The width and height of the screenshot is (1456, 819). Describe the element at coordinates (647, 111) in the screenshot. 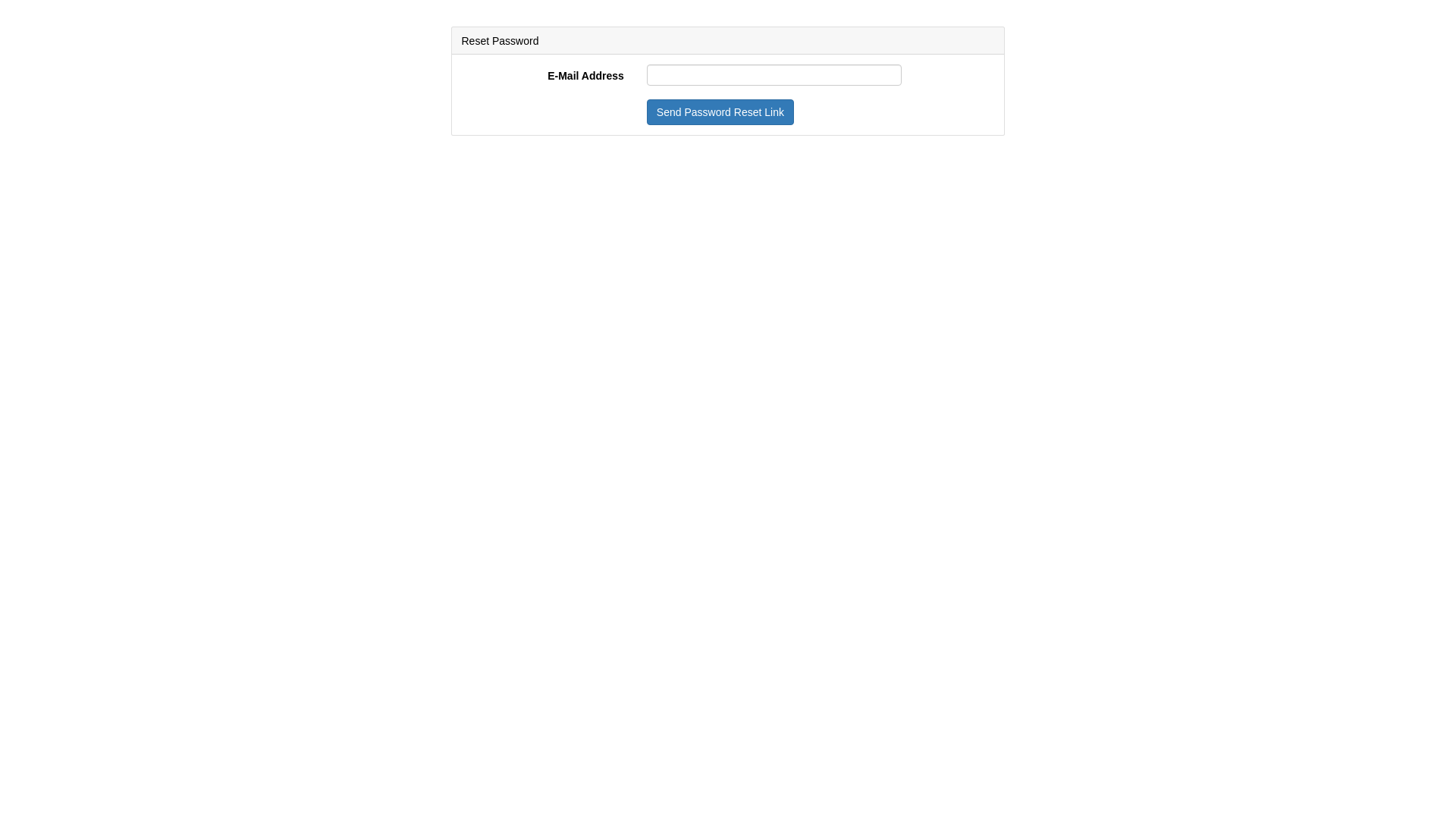

I see `'Send Password Reset Link'` at that location.